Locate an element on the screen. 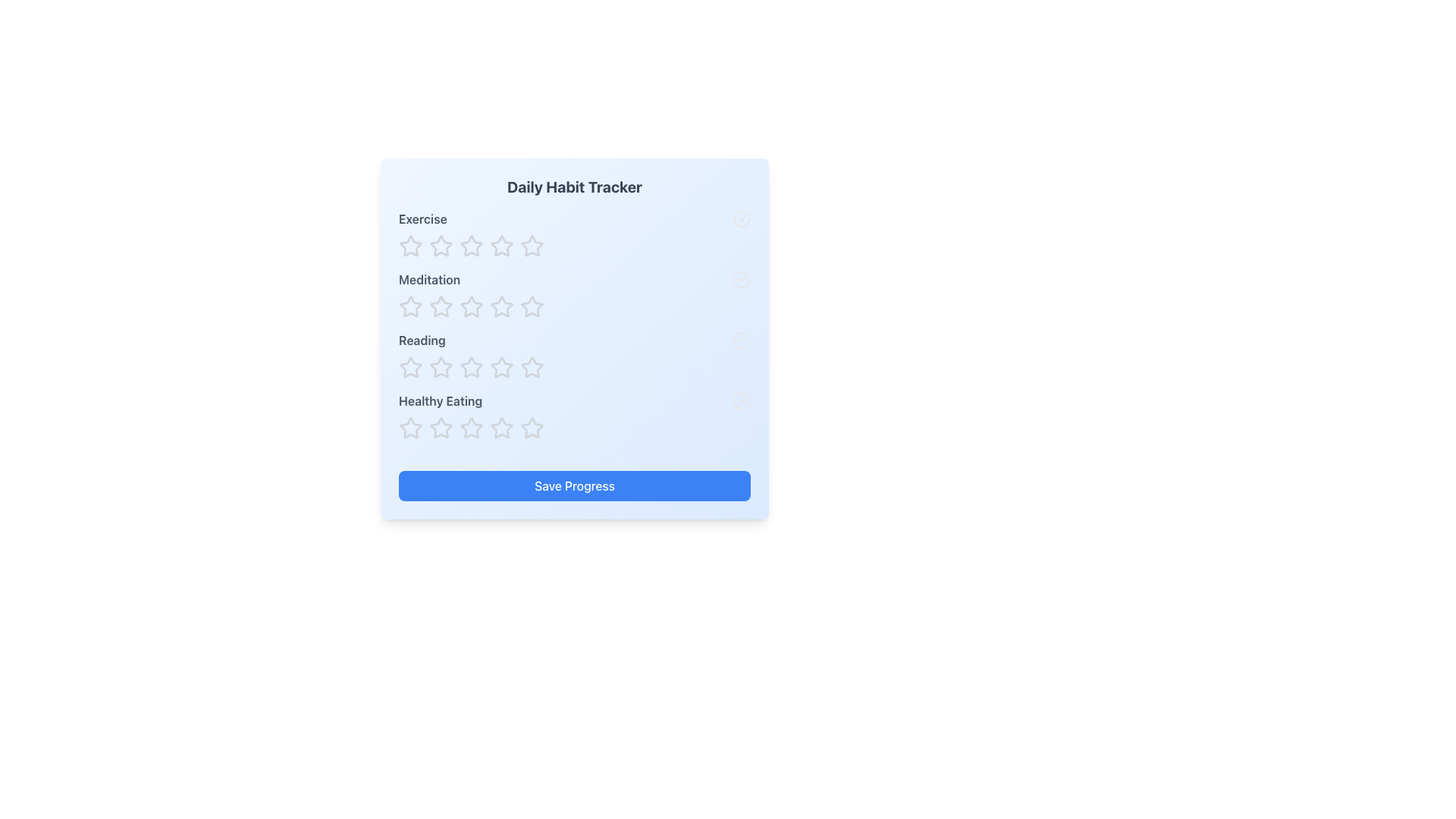  the second star-shaped icon from the left in the row associated with 'Exercise' in the habit tracker interface is located at coordinates (471, 245).